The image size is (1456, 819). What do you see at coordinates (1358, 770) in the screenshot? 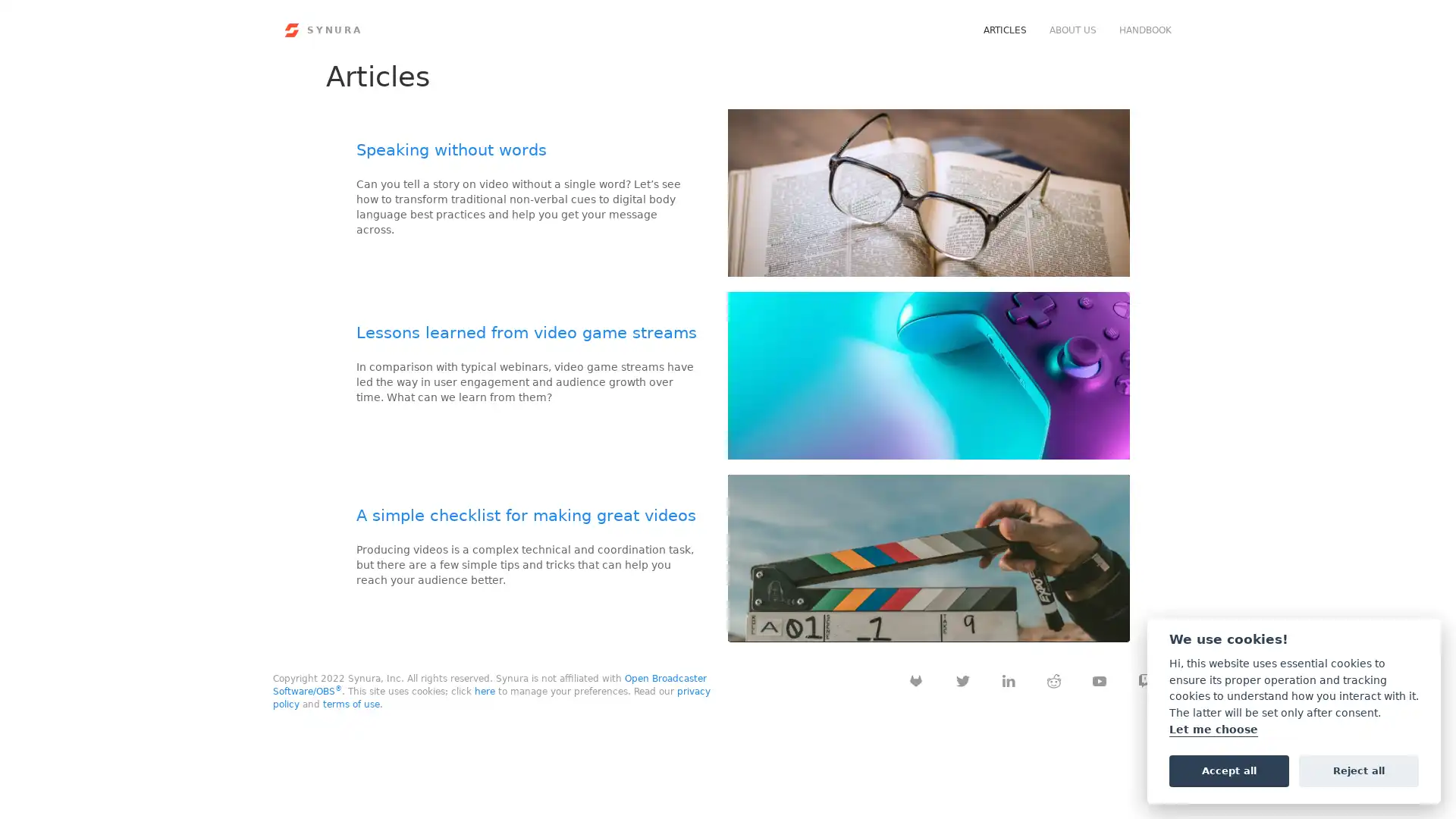
I see `Reject all` at bounding box center [1358, 770].